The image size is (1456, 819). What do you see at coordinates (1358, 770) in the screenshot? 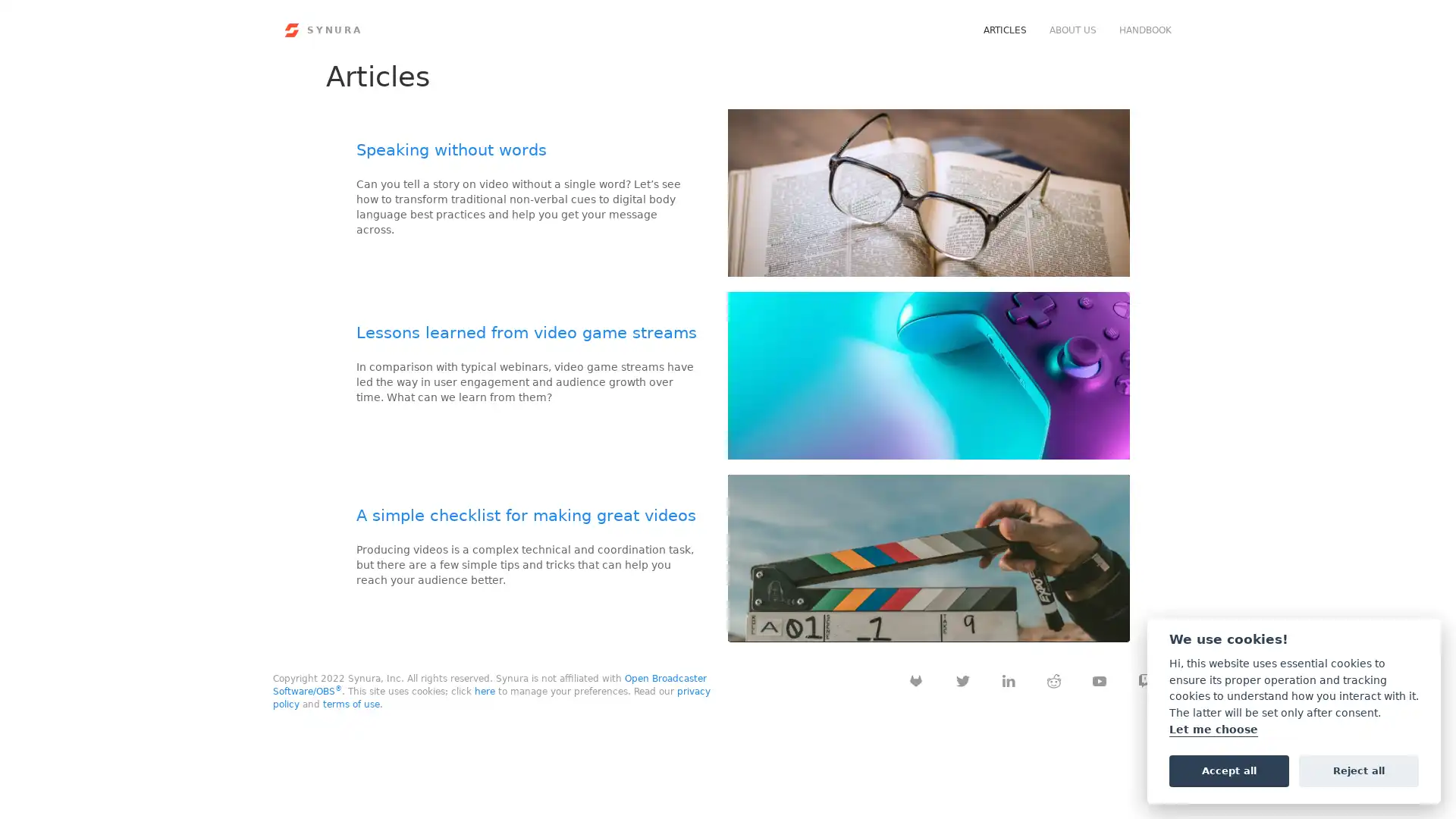
I see `Reject all` at bounding box center [1358, 770].